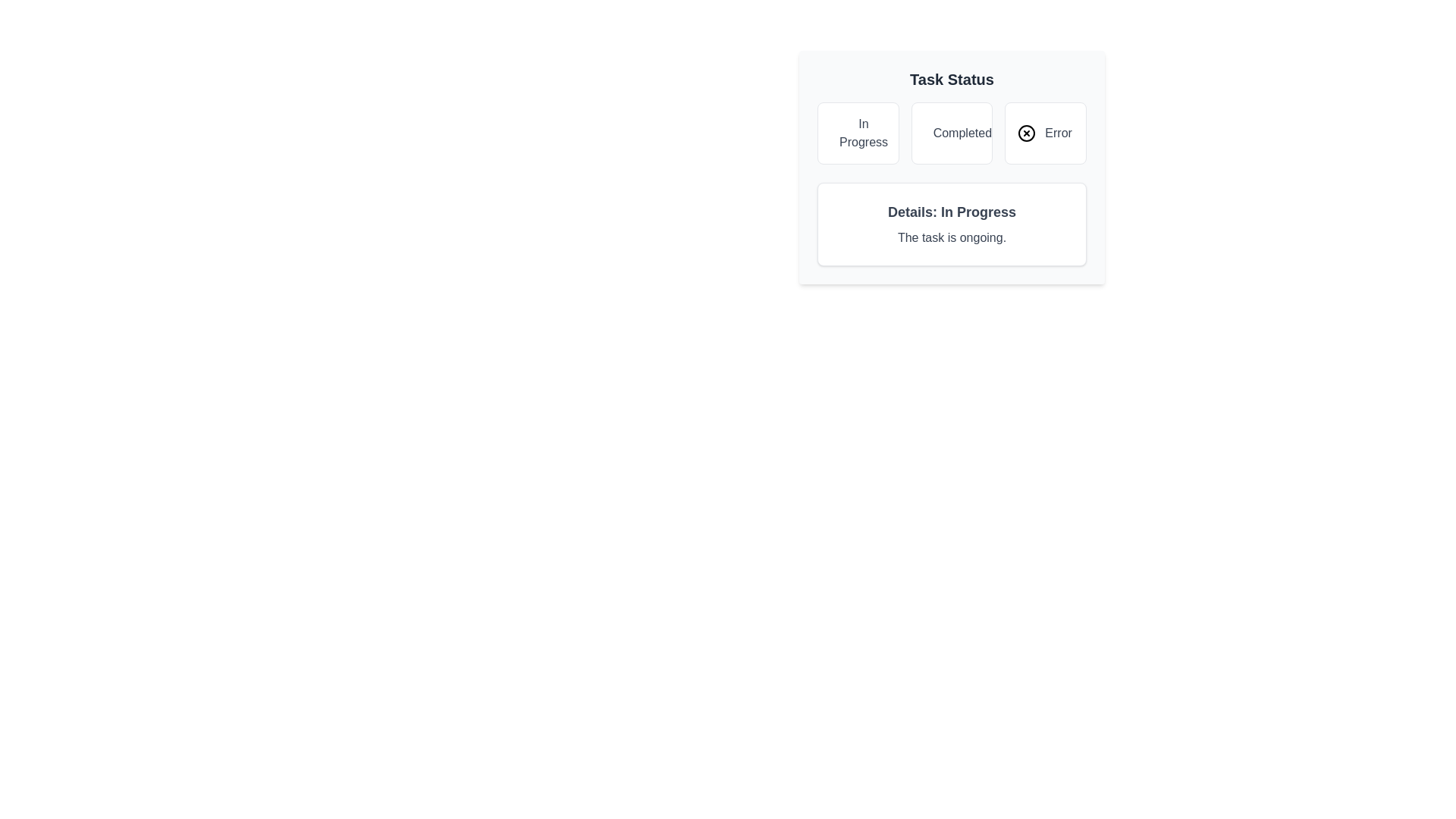 This screenshot has width=1456, height=819. Describe the element at coordinates (951, 133) in the screenshot. I see `the 'Completed' status button, which is a rectangular button with rounded corners, a white background, a green checkmark icon, and medium gray text, positioned centrally in the 'Task Status' section` at that location.